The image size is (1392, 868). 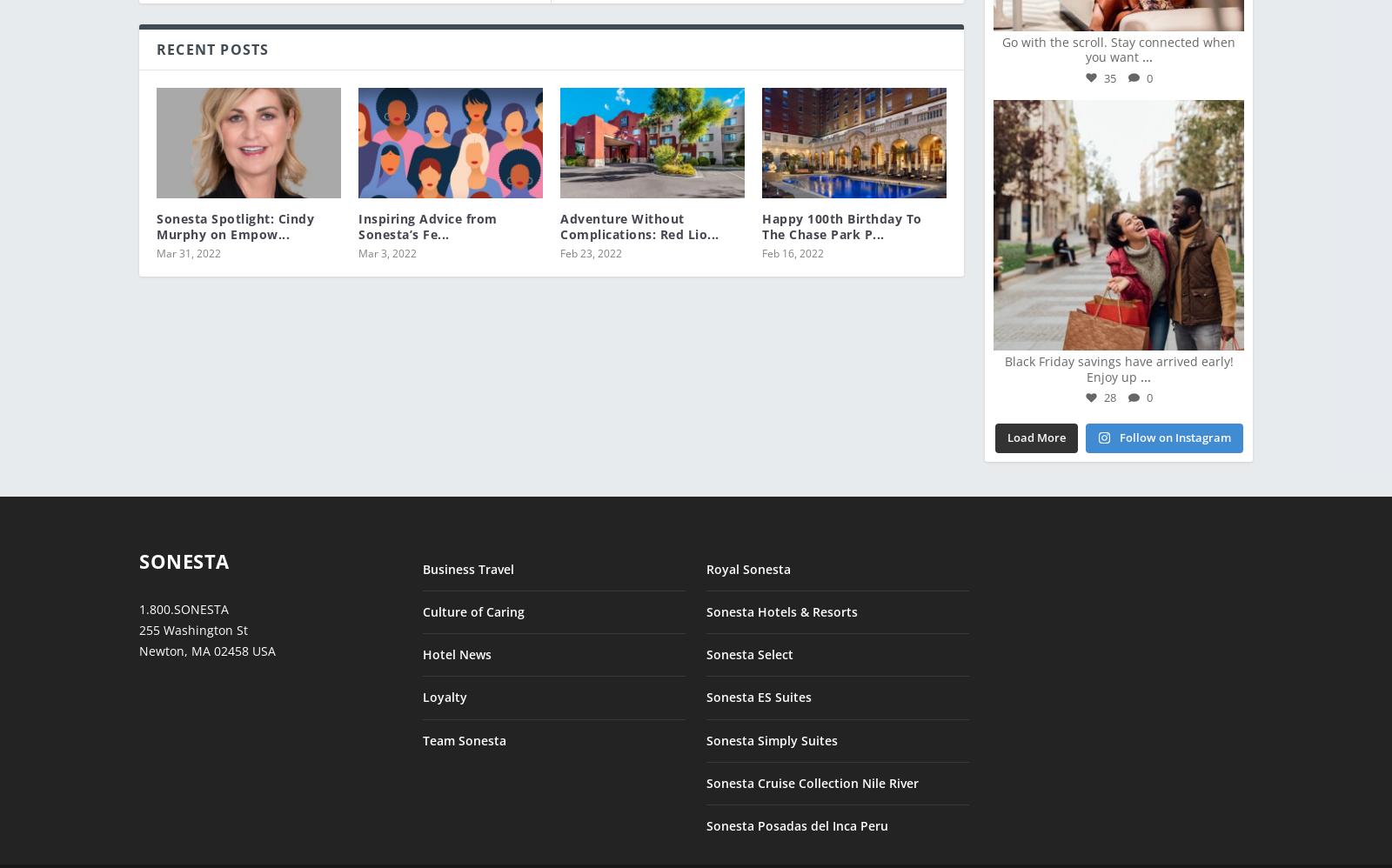 What do you see at coordinates (184, 548) in the screenshot?
I see `'Sonesta'` at bounding box center [184, 548].